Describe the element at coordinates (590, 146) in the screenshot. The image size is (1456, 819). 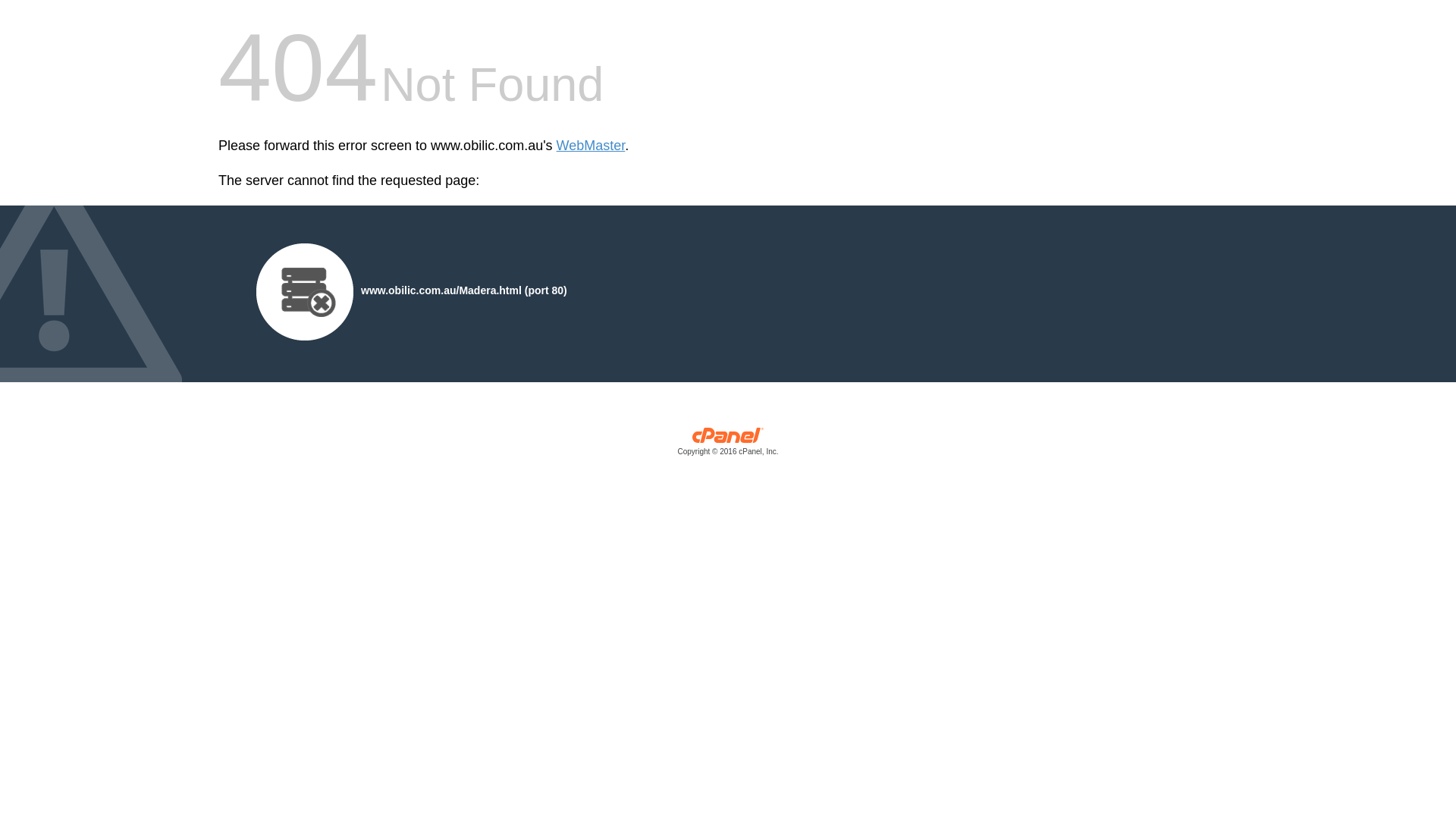
I see `'WebMaster'` at that location.